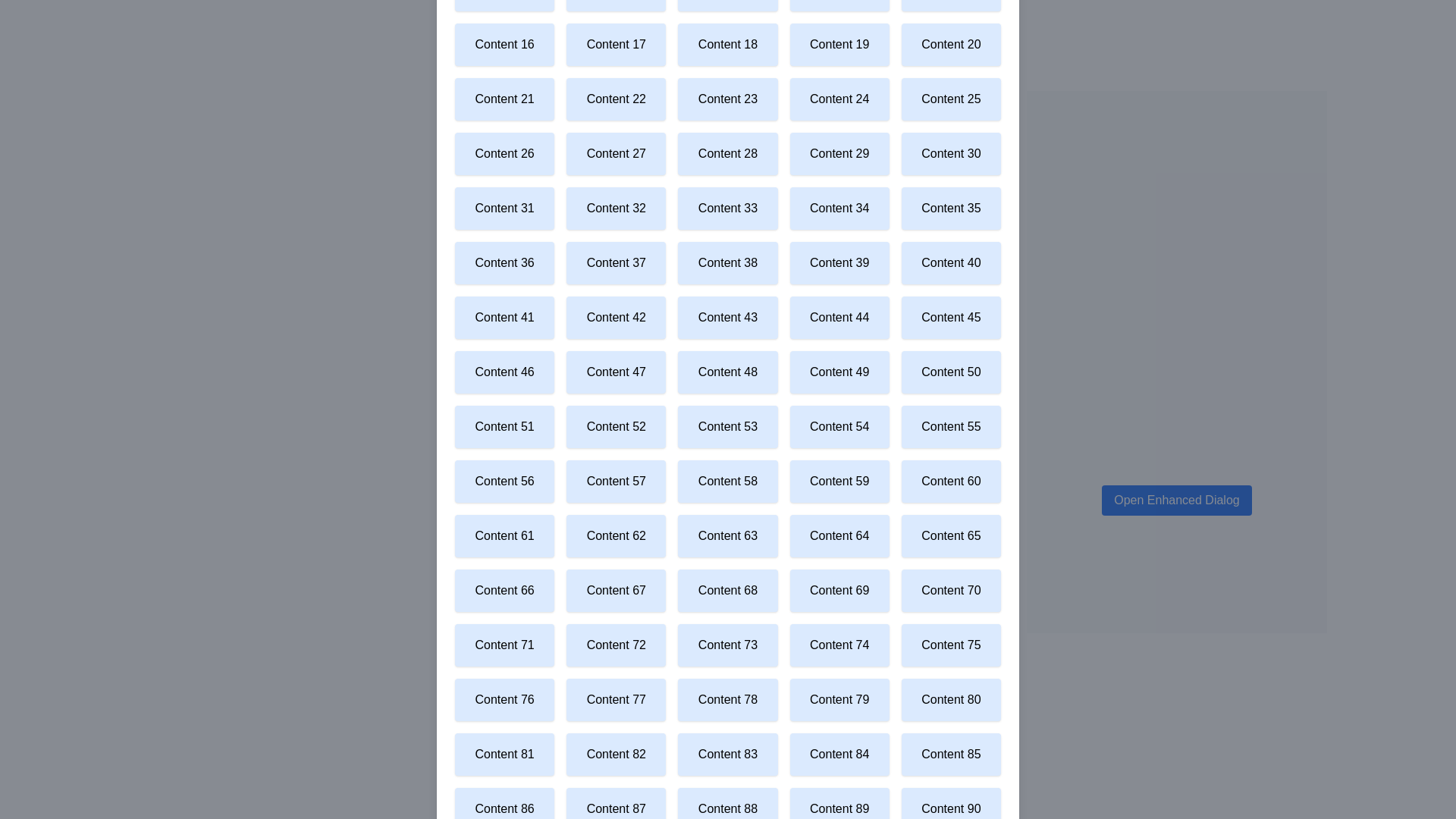 The height and width of the screenshot is (819, 1456). What do you see at coordinates (1175, 500) in the screenshot?
I see `'Open Enhanced Dialog' button to open the dialog` at bounding box center [1175, 500].